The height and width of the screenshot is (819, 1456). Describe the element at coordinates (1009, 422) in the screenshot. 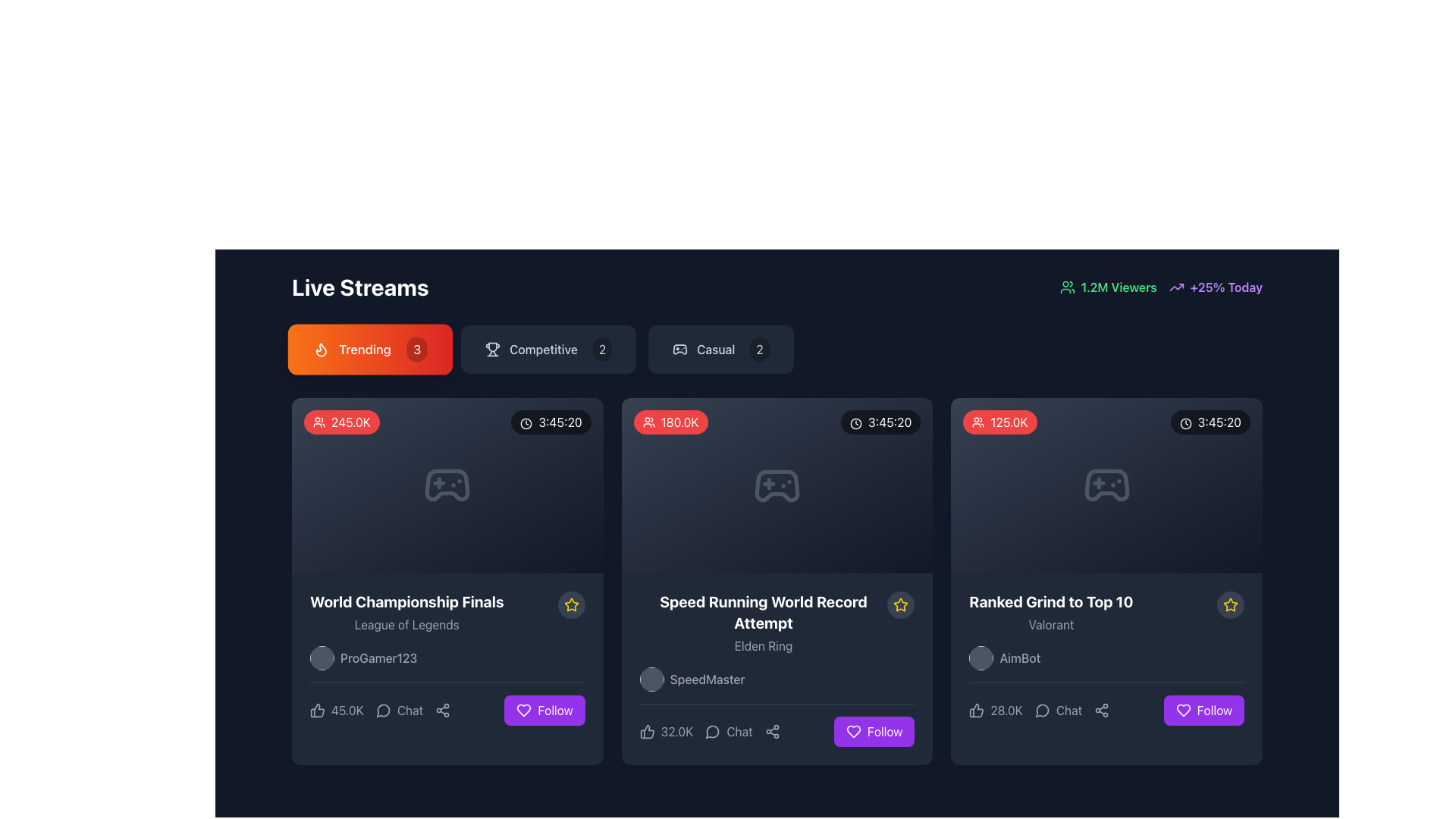

I see `the Text label that displays the number of viewers or participants, which is located at the top-left corner of a stream card, next to a user icon` at that location.